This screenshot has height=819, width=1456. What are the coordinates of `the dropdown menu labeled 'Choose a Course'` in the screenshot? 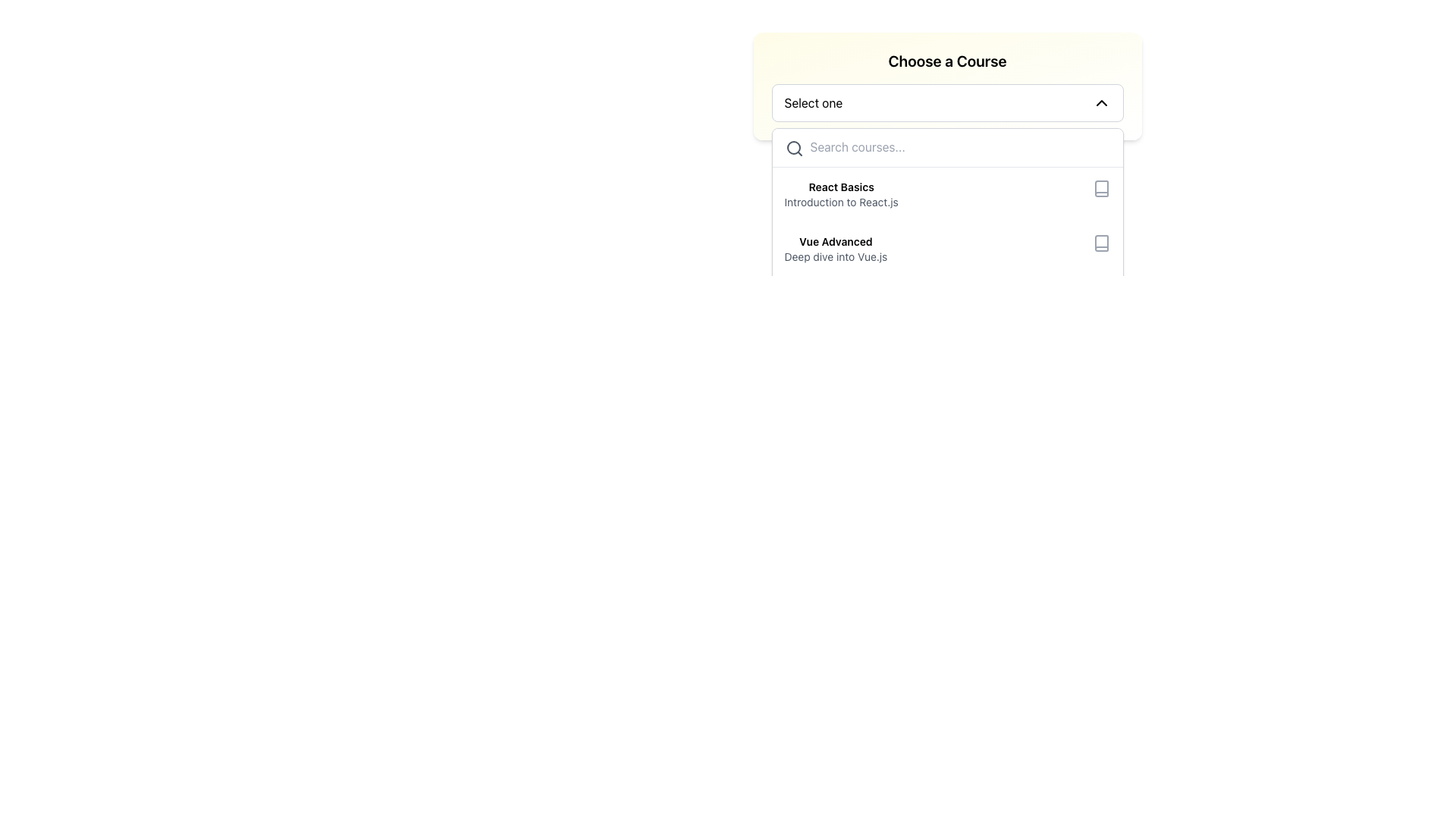 It's located at (946, 86).